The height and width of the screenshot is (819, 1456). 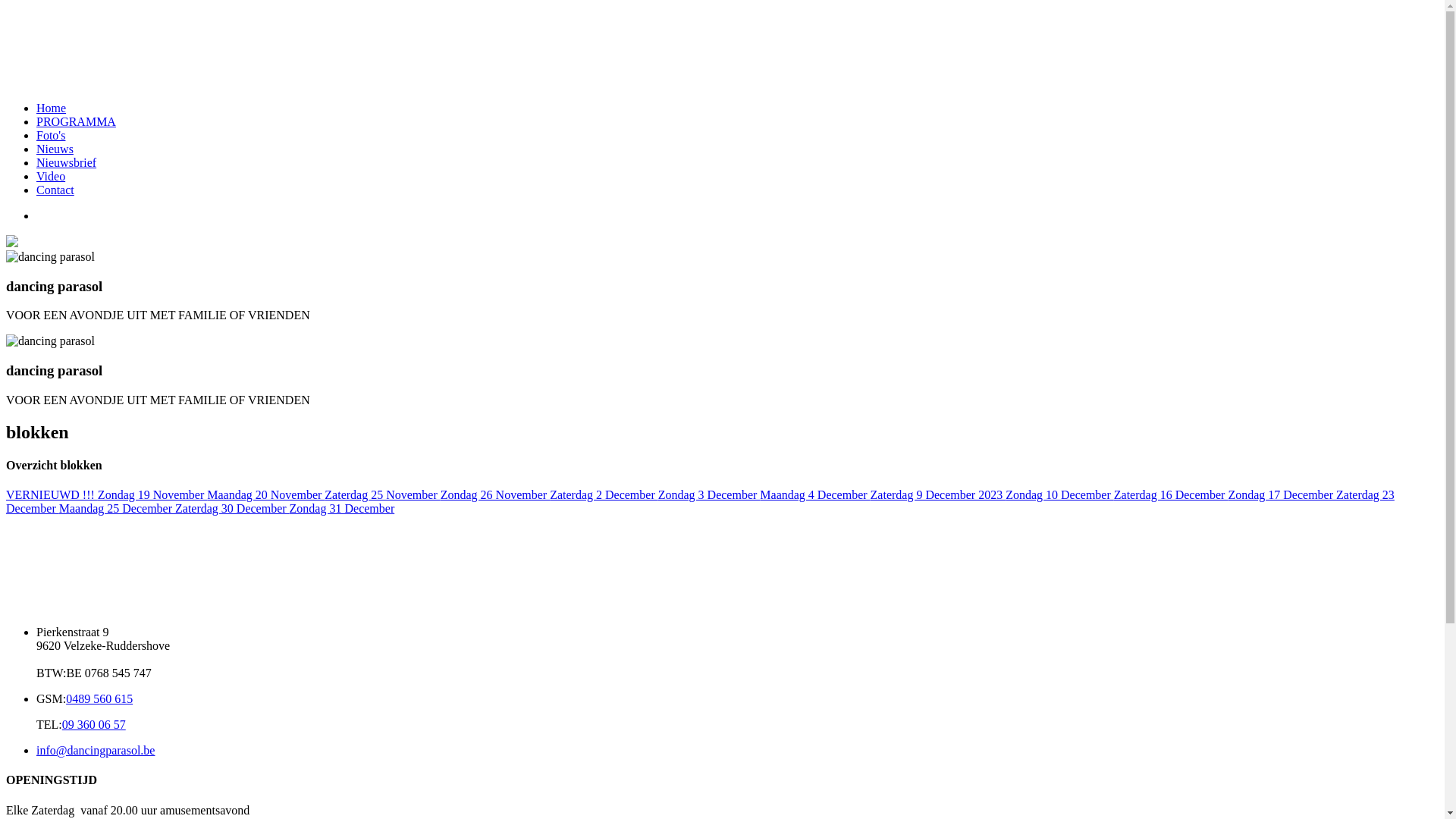 What do you see at coordinates (116, 508) in the screenshot?
I see `'Maandag 25 December'` at bounding box center [116, 508].